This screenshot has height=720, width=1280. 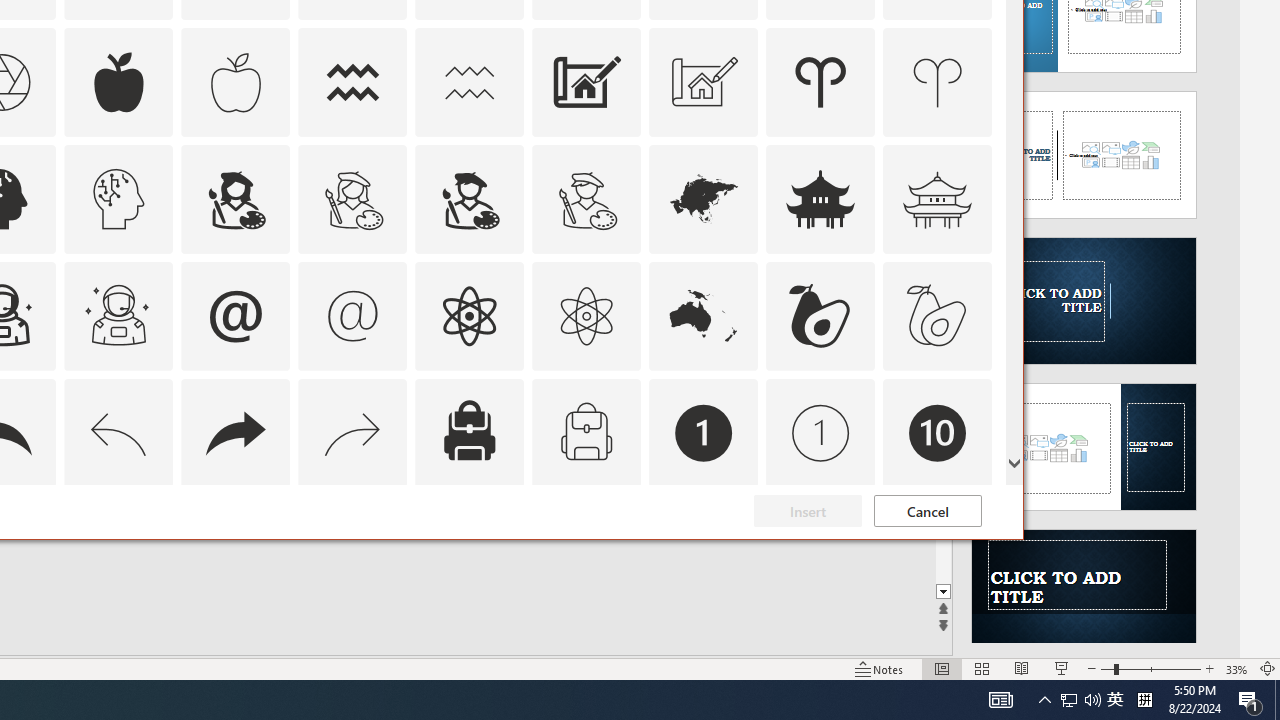 I want to click on 'AutomationID: Icons_At', so click(x=235, y=315).